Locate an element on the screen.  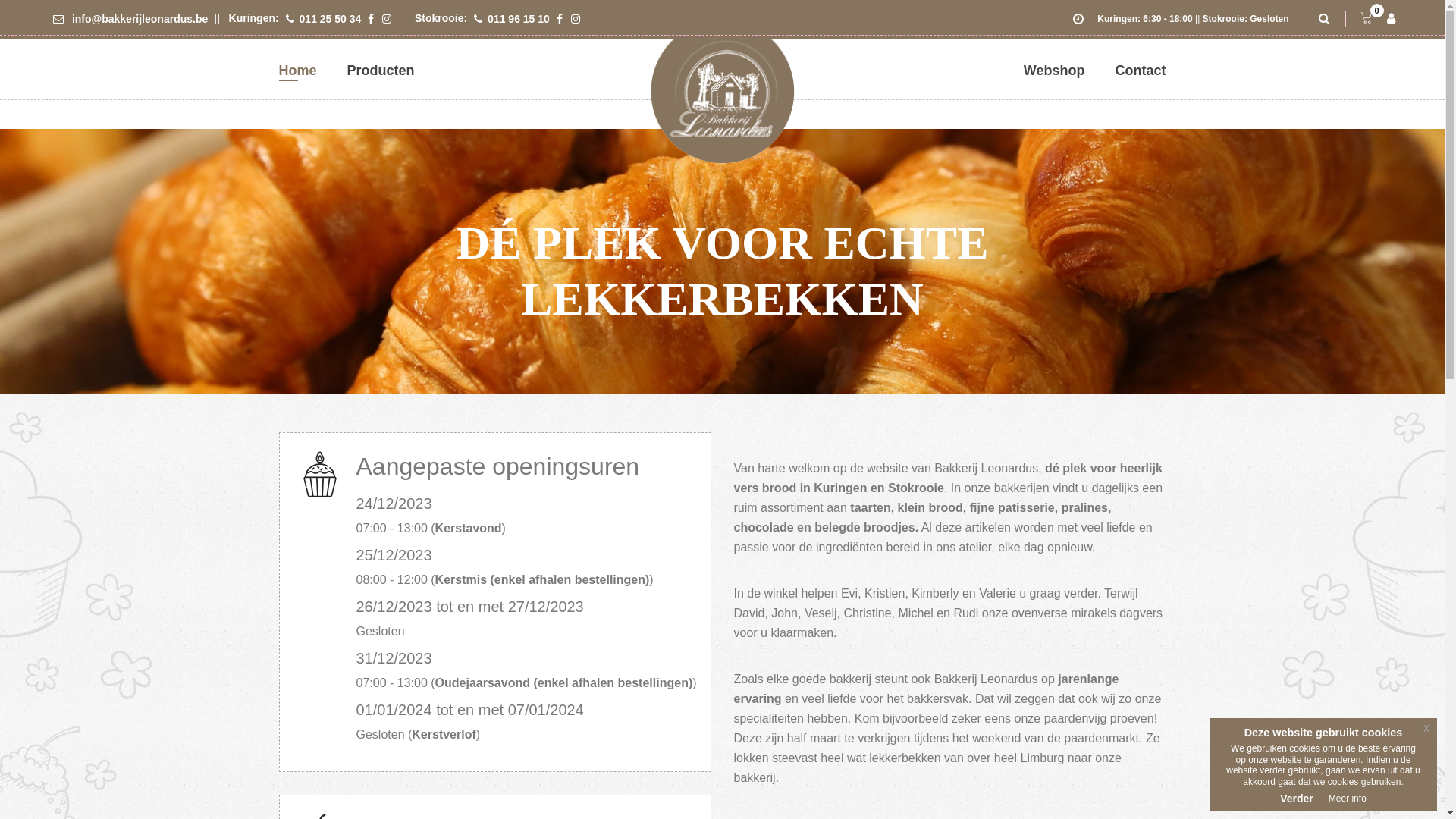
'info@bakkerijleonardus.be' is located at coordinates (130, 18).